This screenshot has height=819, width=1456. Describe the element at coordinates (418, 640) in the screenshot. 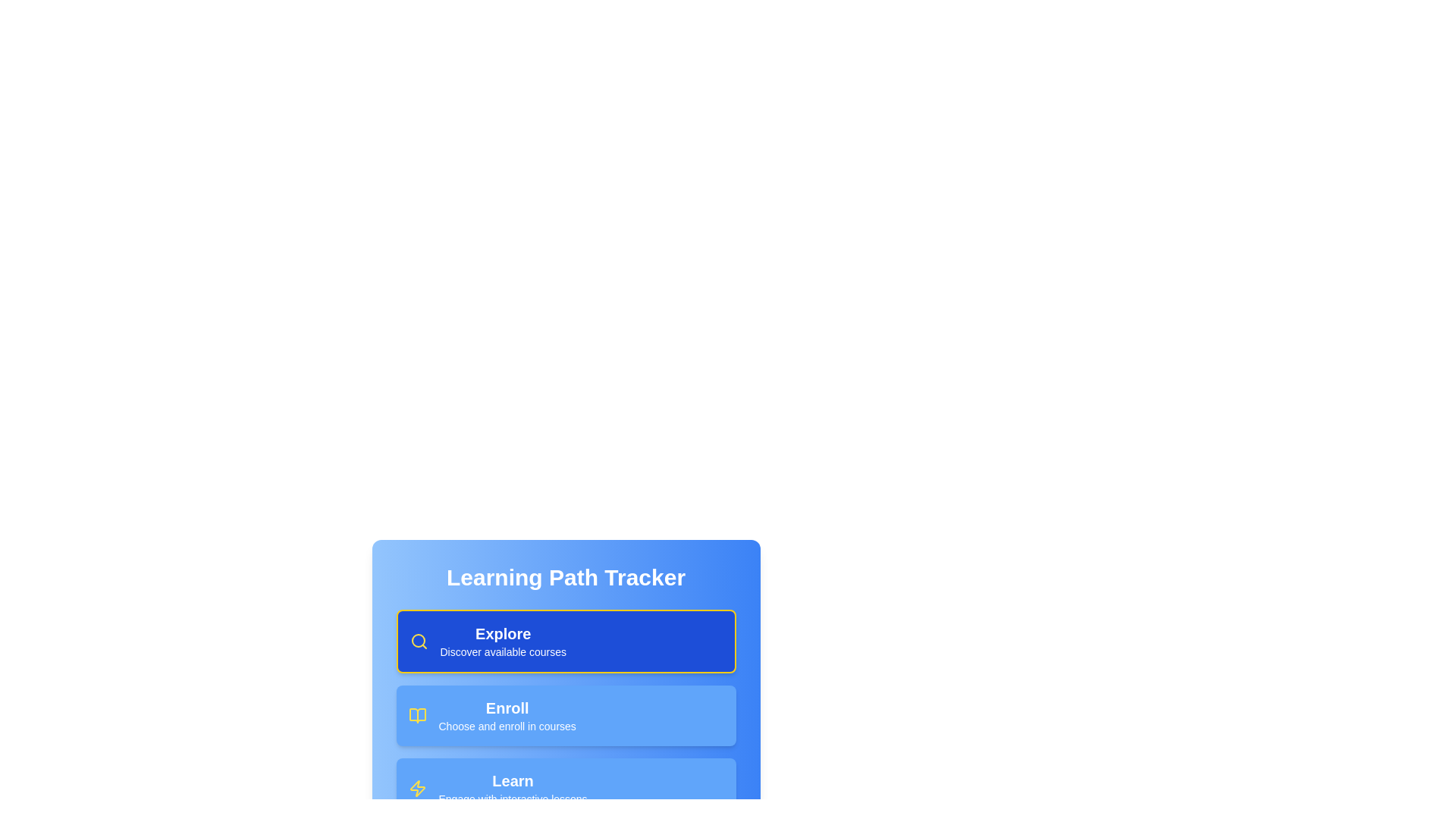

I see `the circular shape of the search icon that is part of a blue button labeled 'Explore' located in the upper section of the interface` at that location.